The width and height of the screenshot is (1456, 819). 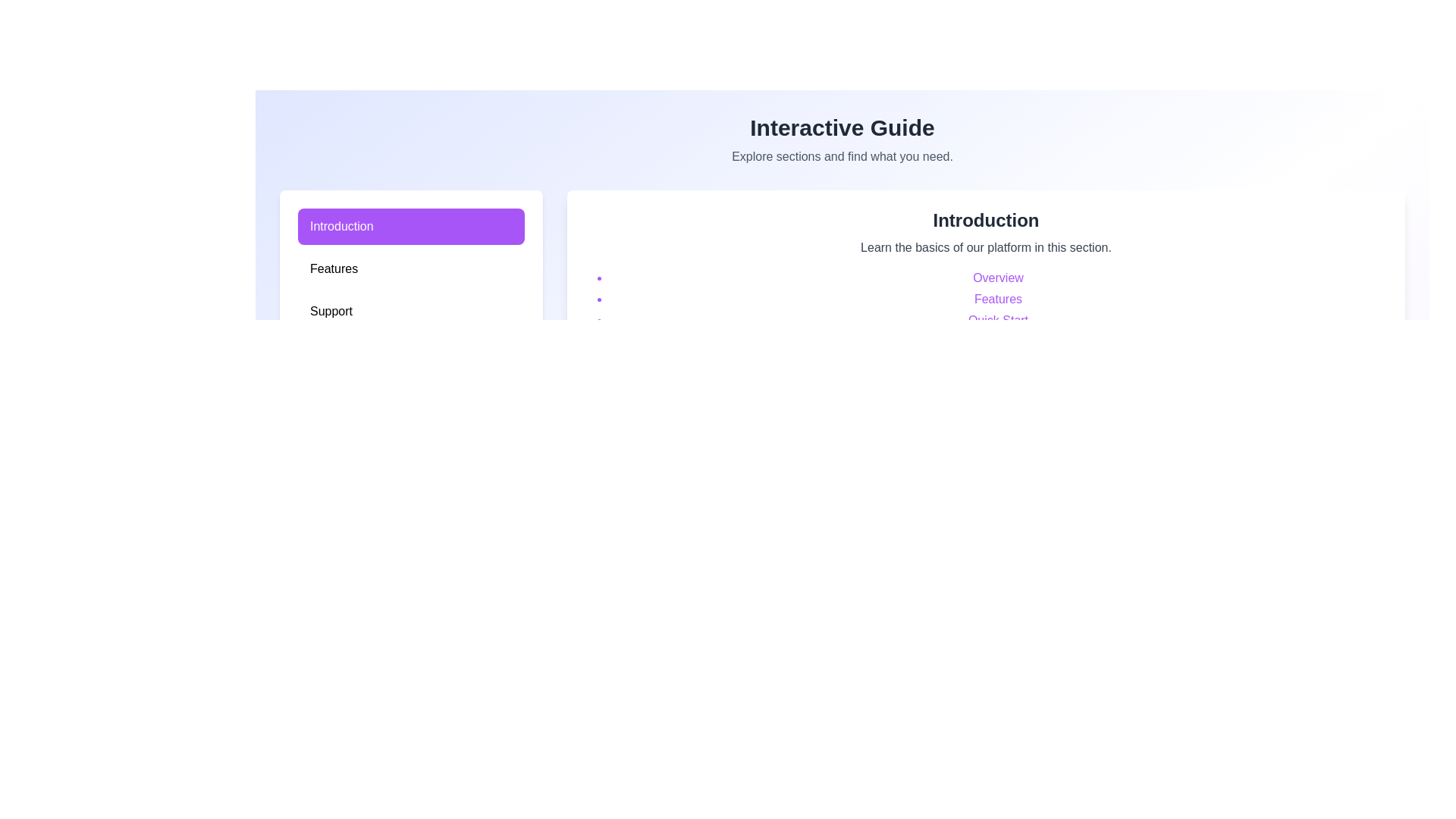 What do you see at coordinates (986, 247) in the screenshot?
I see `the text label providing an introductory explanation below the 'Introduction' title` at bounding box center [986, 247].